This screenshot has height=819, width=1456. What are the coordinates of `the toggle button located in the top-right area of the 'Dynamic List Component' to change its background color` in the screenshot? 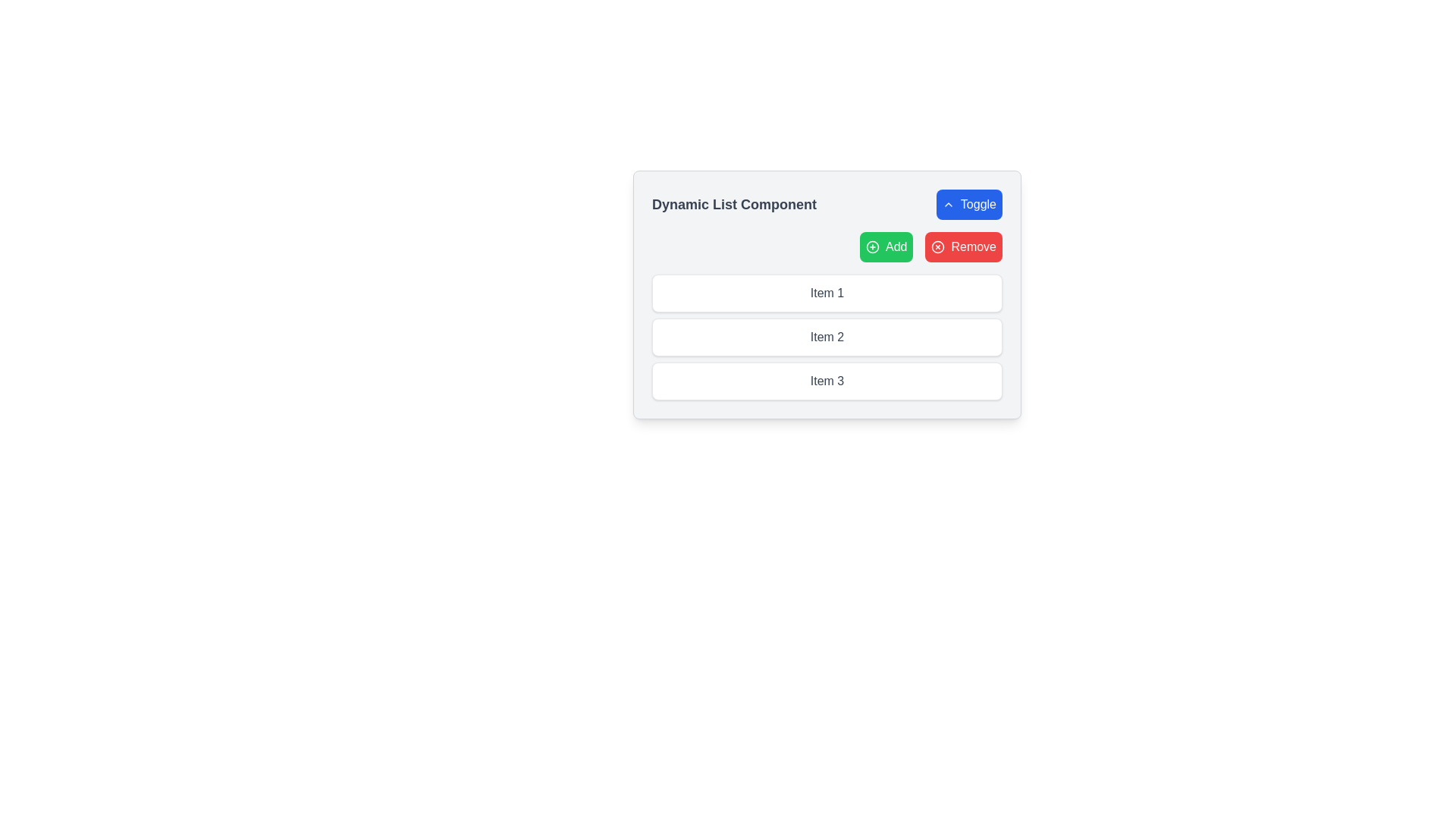 It's located at (968, 205).